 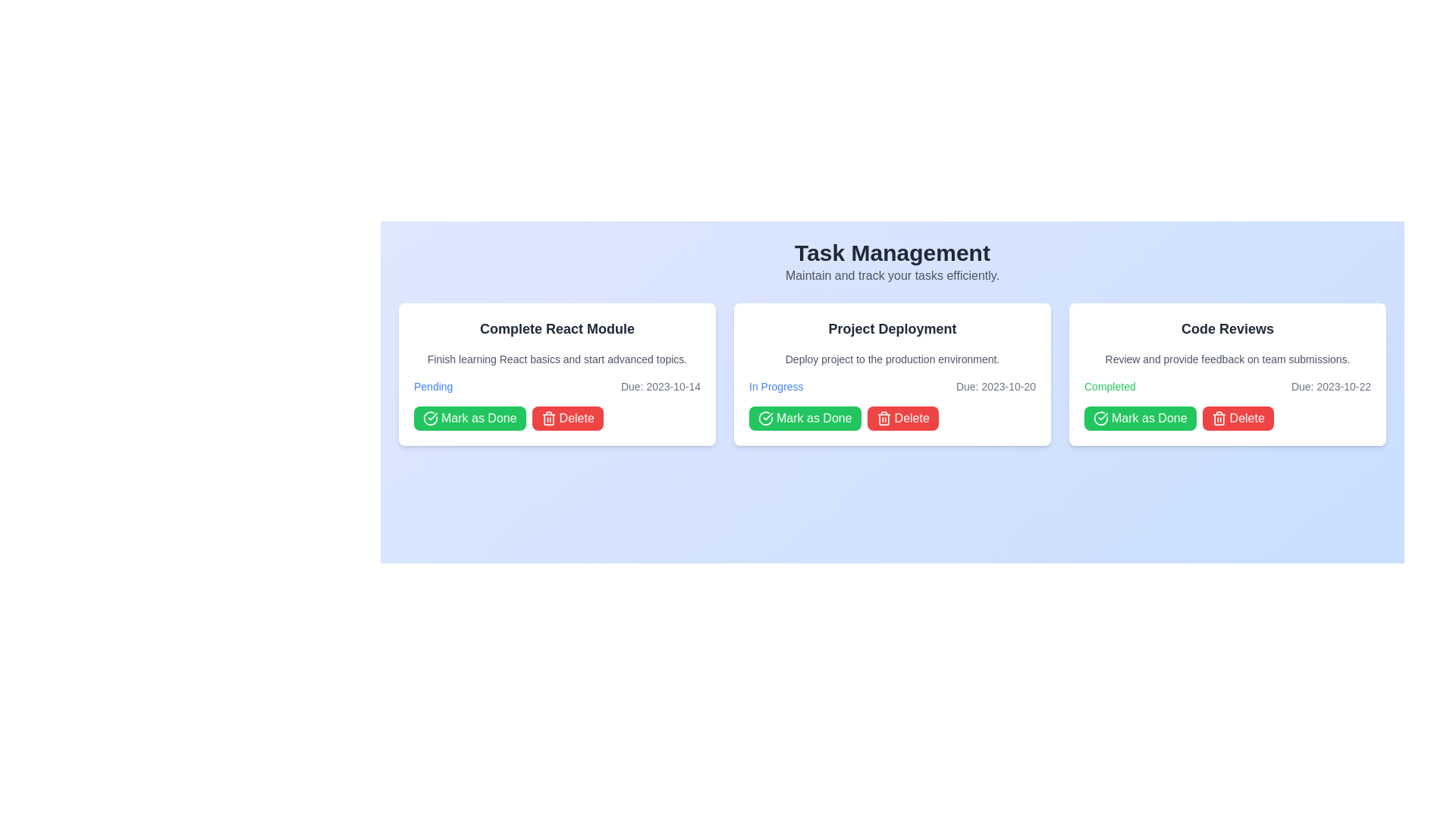 I want to click on the 'Delete' text label that is part of the button with a bold white font on a red background, located within the 'Code Reviews' task card, so click(x=1247, y=418).